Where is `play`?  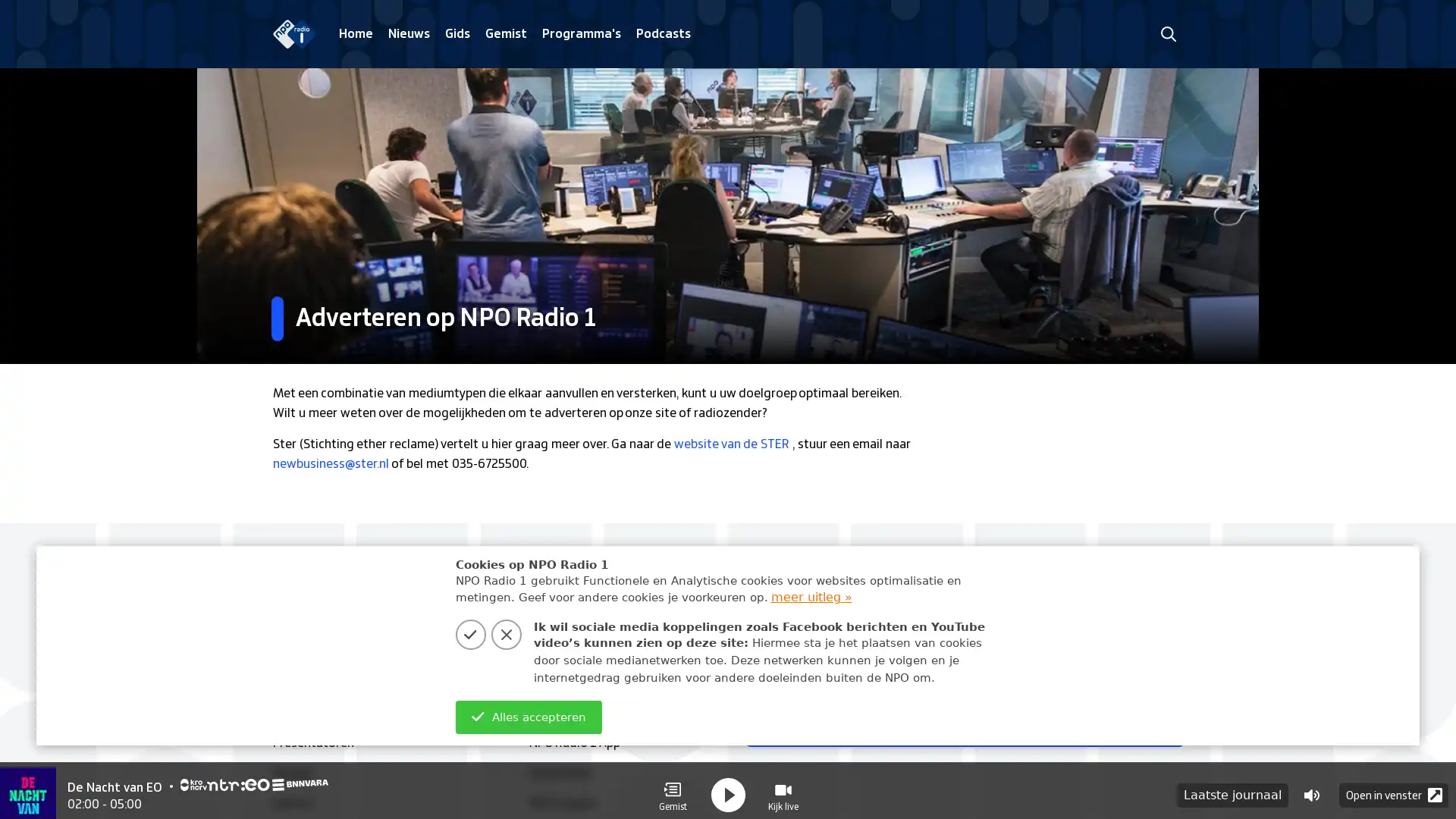 play is located at coordinates (728, 786).